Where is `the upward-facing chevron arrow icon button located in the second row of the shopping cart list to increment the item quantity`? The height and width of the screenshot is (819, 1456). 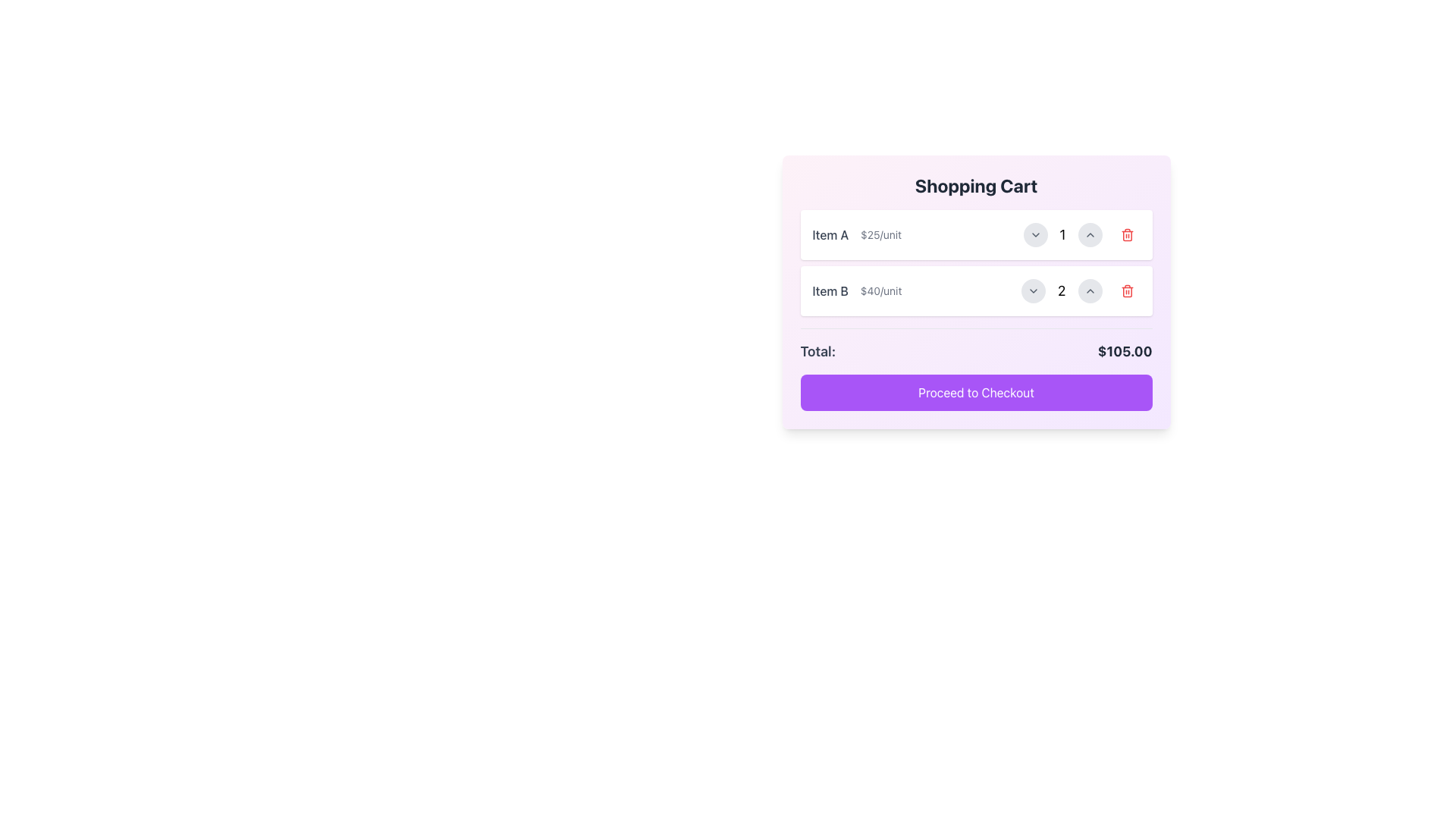 the upward-facing chevron arrow icon button located in the second row of the shopping cart list to increment the item quantity is located at coordinates (1089, 234).